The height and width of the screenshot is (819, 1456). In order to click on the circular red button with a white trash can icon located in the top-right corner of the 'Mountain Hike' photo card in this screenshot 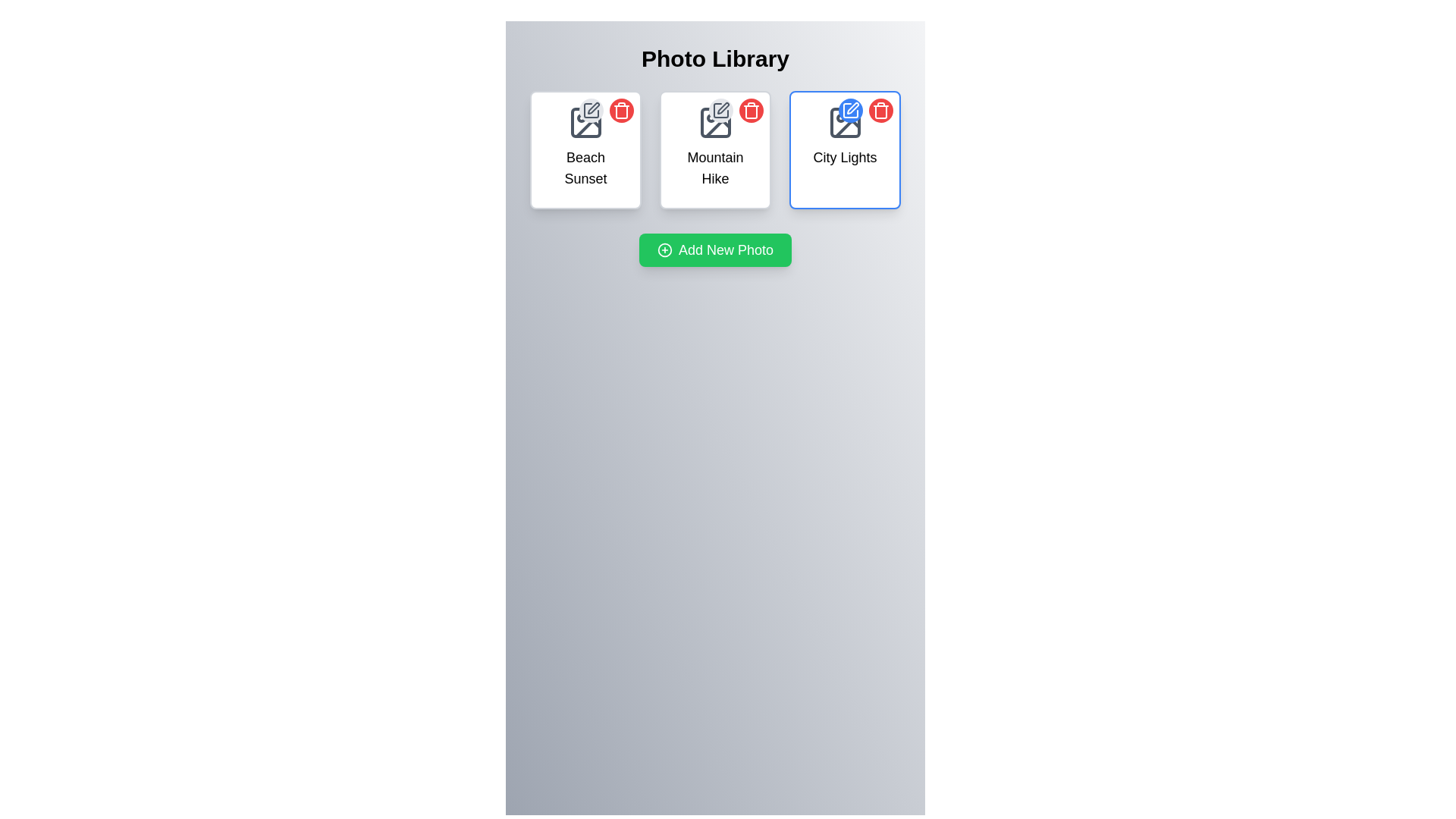, I will do `click(751, 110)`.